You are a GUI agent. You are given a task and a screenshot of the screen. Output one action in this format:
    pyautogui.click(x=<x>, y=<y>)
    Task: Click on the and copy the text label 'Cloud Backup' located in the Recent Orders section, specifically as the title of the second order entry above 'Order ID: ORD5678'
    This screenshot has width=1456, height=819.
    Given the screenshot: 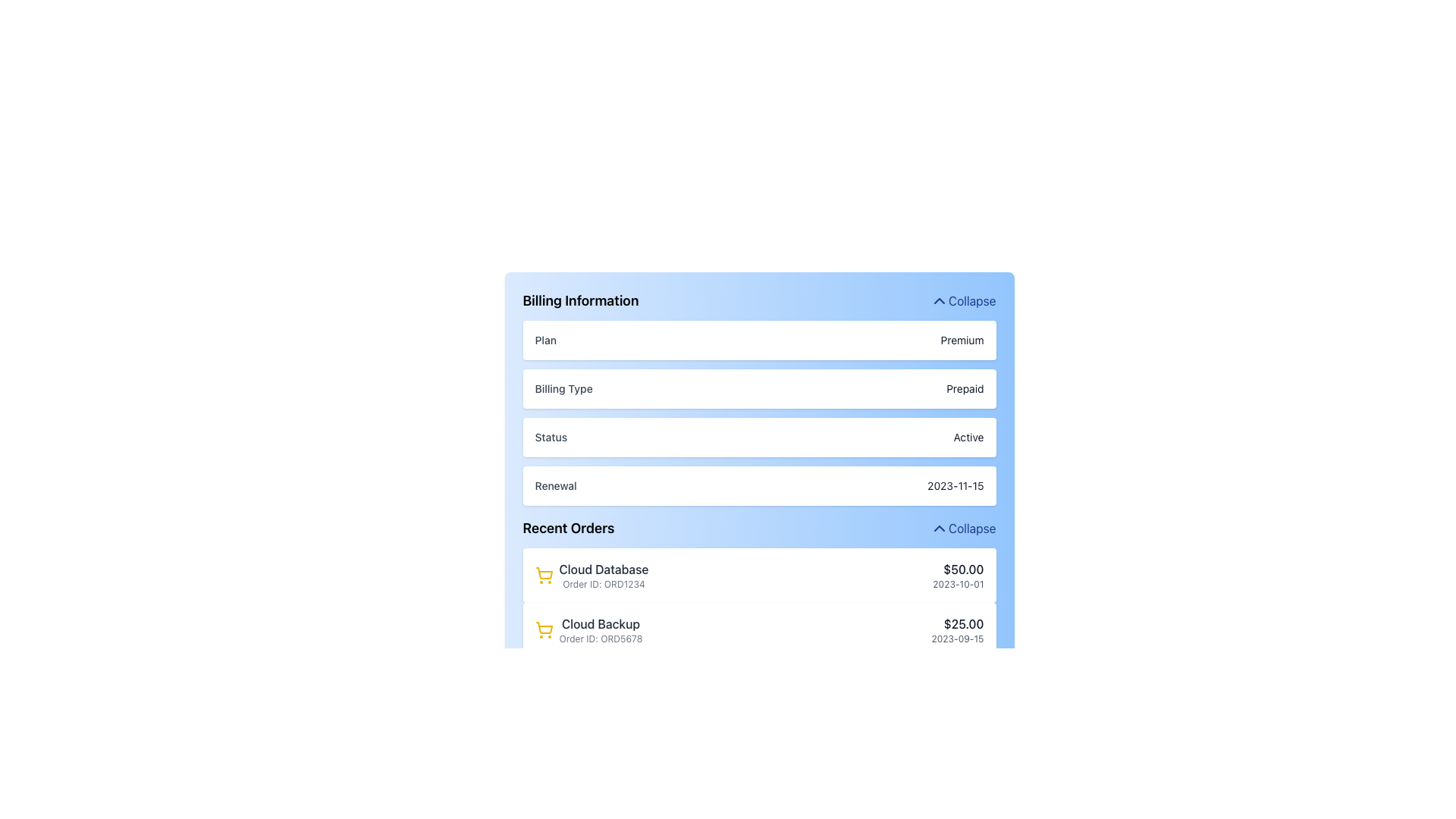 What is the action you would take?
    pyautogui.click(x=600, y=623)
    